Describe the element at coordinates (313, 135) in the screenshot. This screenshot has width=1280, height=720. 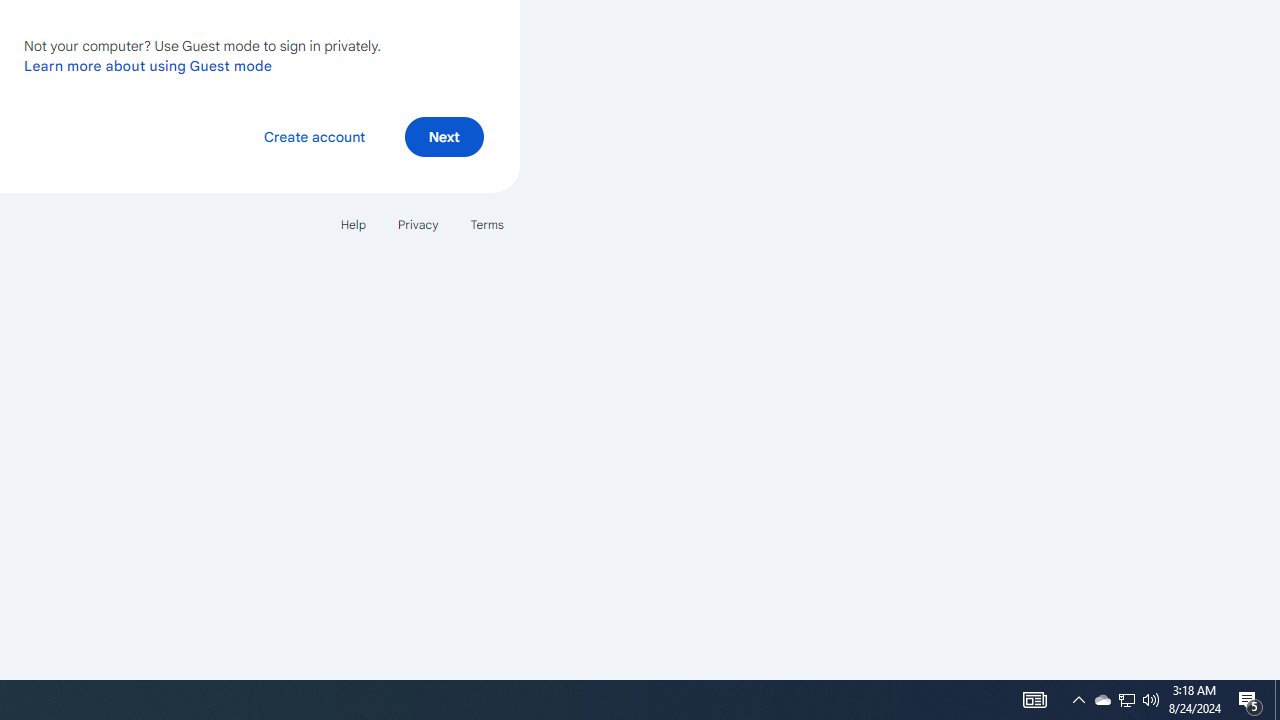
I see `'Create account'` at that location.